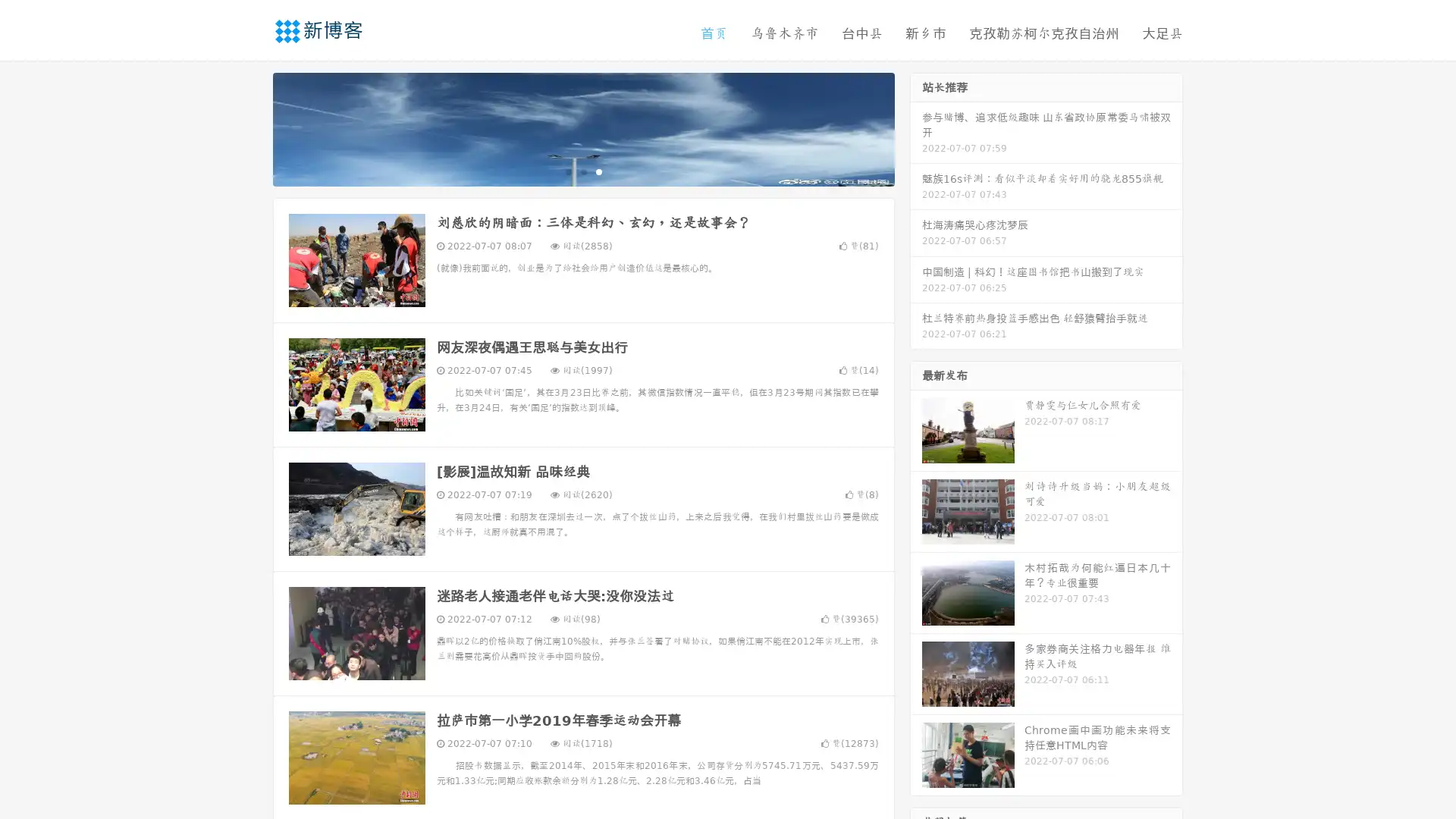  What do you see at coordinates (916, 127) in the screenshot?
I see `Next slide` at bounding box center [916, 127].